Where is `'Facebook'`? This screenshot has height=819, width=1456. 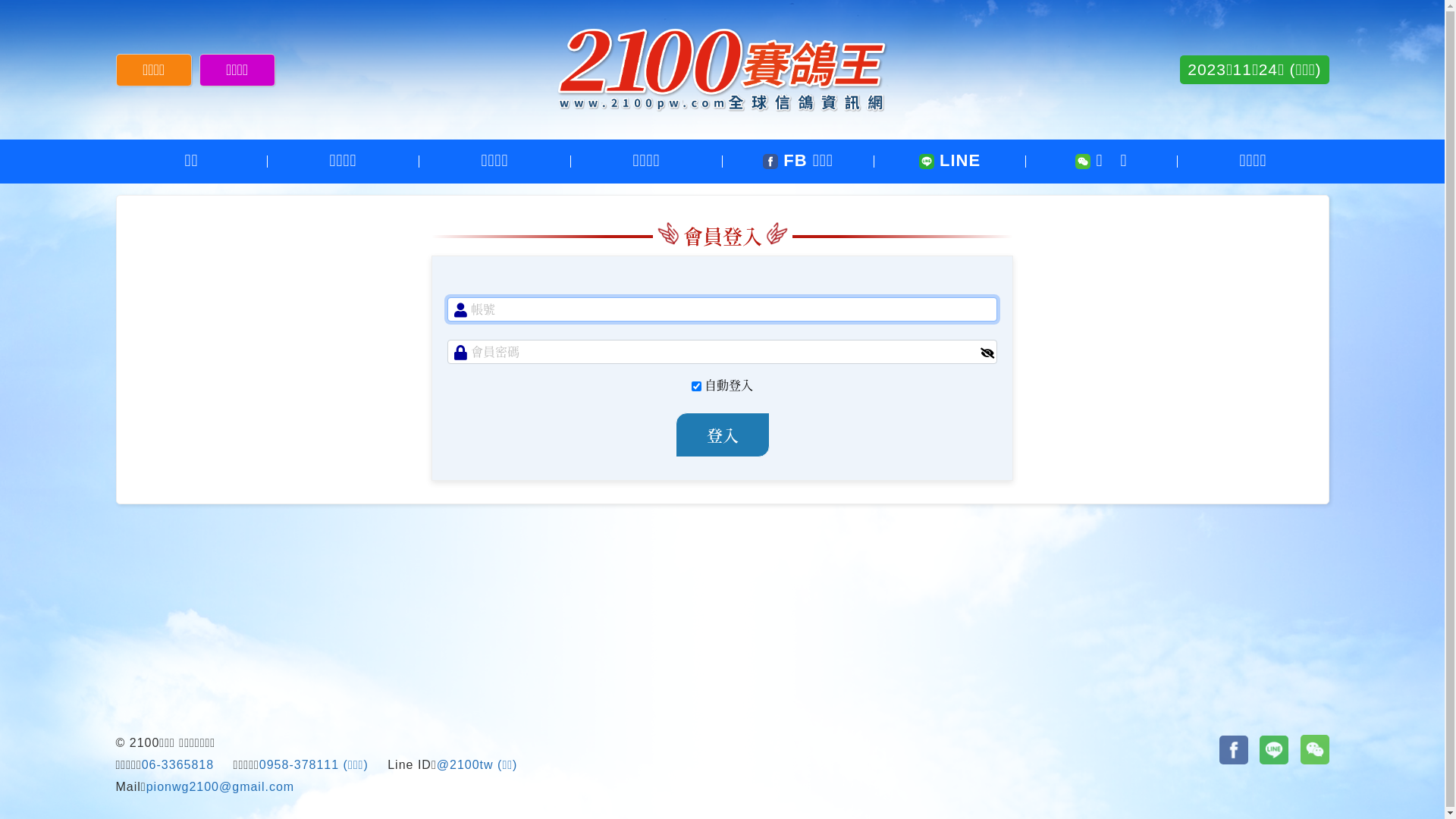
'Facebook' is located at coordinates (1234, 748).